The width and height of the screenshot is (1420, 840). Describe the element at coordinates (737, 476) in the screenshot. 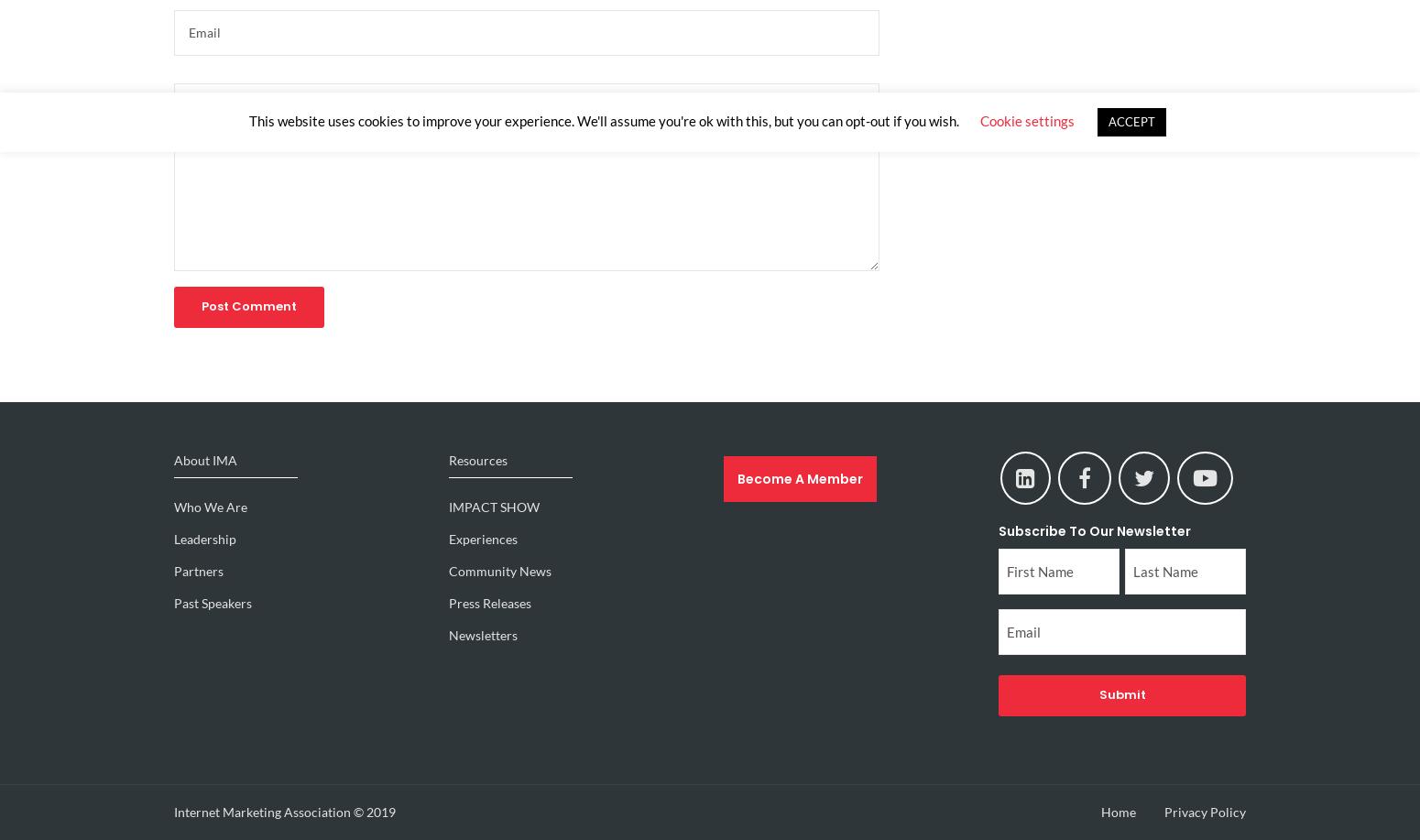

I see `'Become A Member'` at that location.